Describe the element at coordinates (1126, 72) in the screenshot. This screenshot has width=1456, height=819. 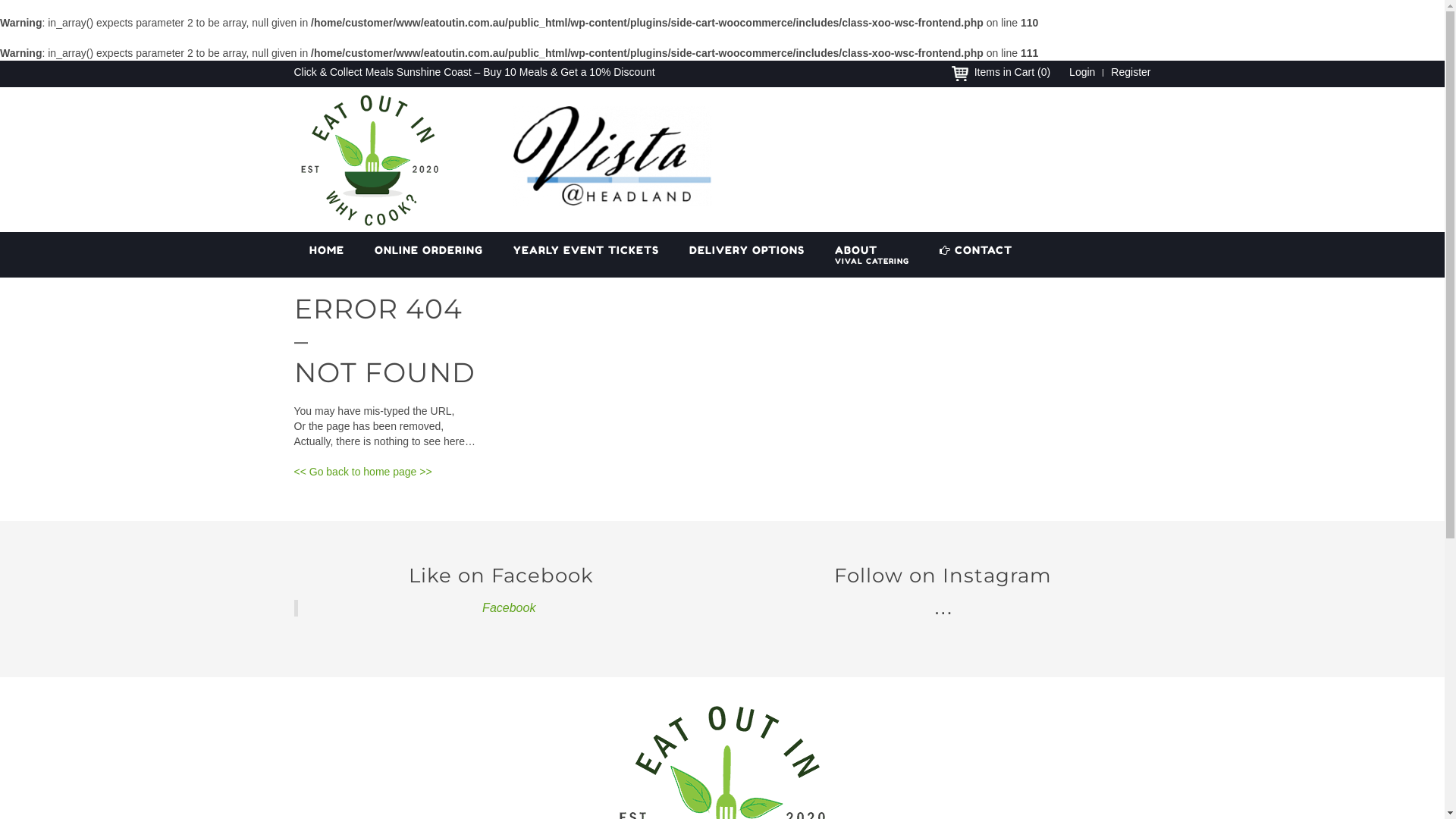
I see `'Register'` at that location.